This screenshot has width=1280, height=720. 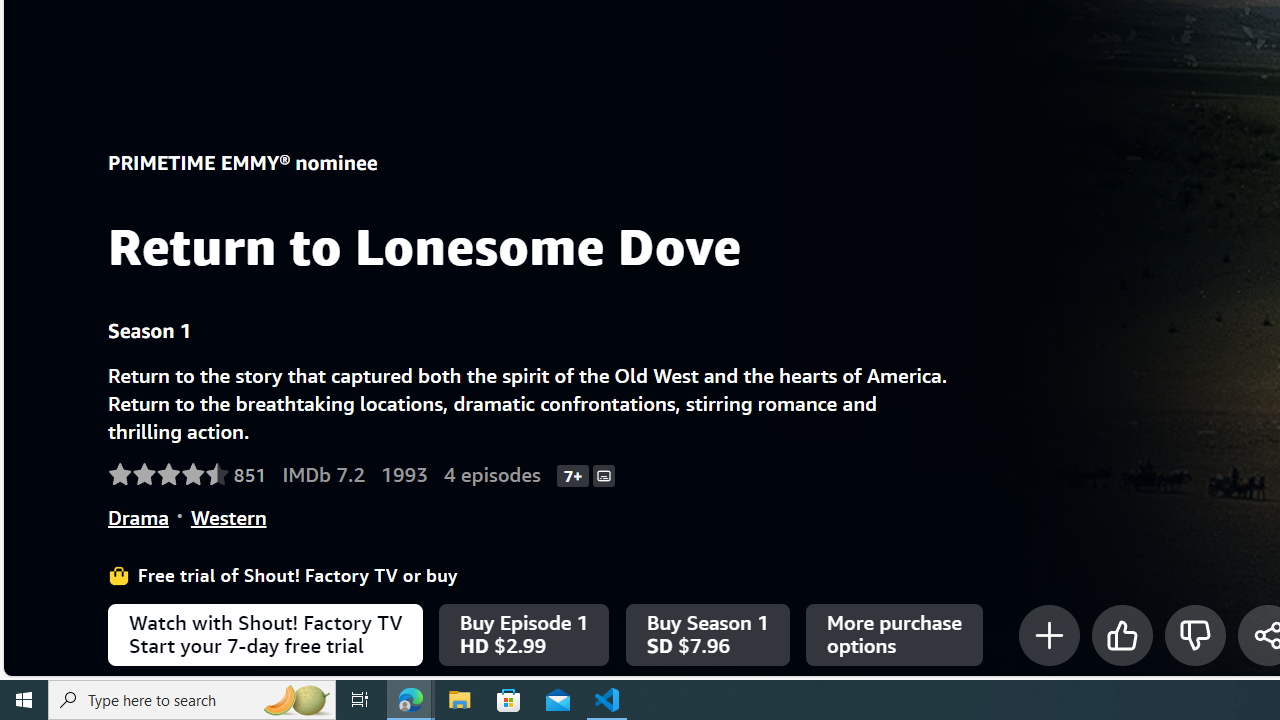 What do you see at coordinates (1047, 635) in the screenshot?
I see `'Add to Watchlist'` at bounding box center [1047, 635].